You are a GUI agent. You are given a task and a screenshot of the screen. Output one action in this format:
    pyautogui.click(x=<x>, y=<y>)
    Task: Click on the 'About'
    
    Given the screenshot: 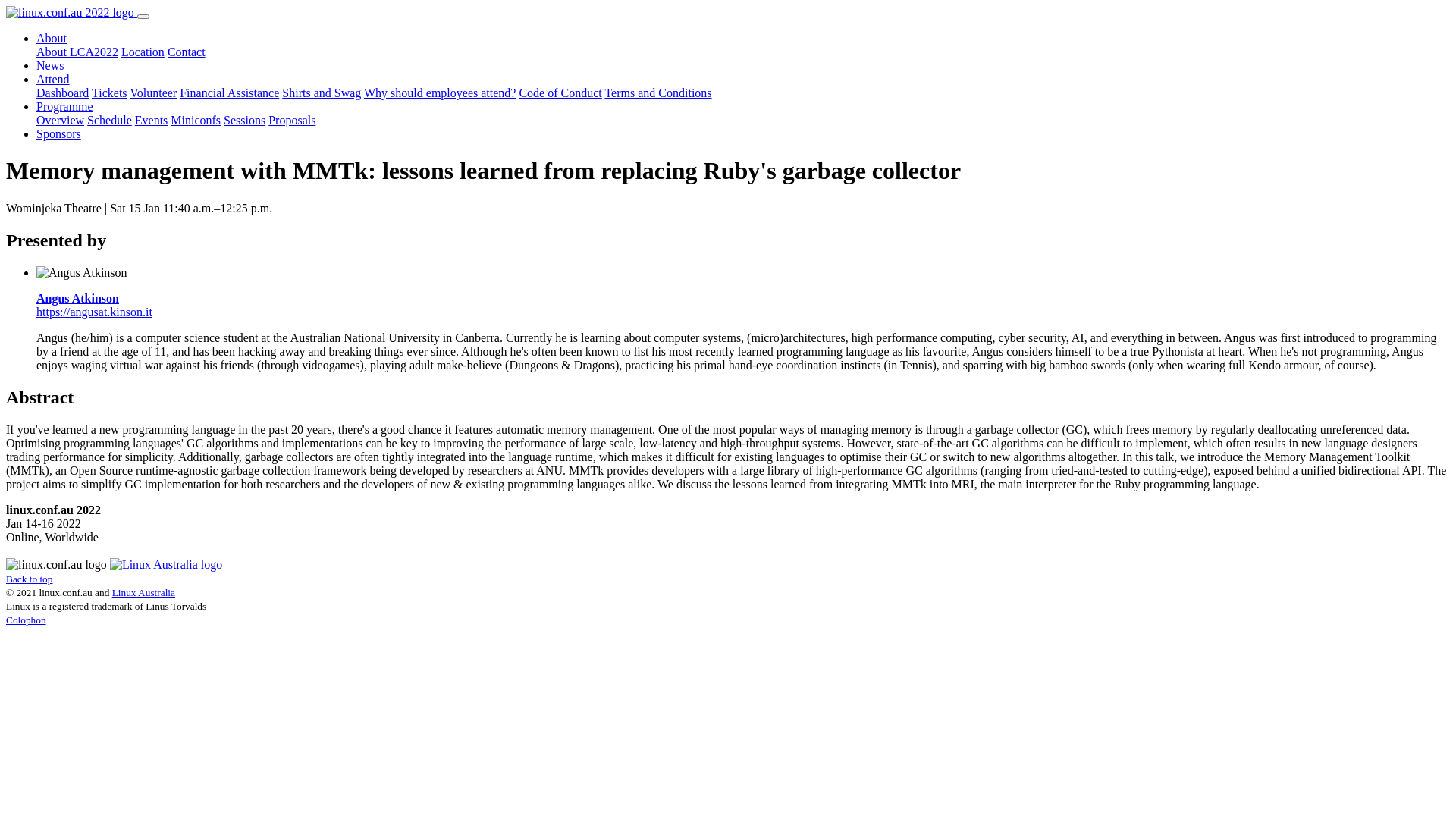 What is the action you would take?
    pyautogui.click(x=51, y=37)
    